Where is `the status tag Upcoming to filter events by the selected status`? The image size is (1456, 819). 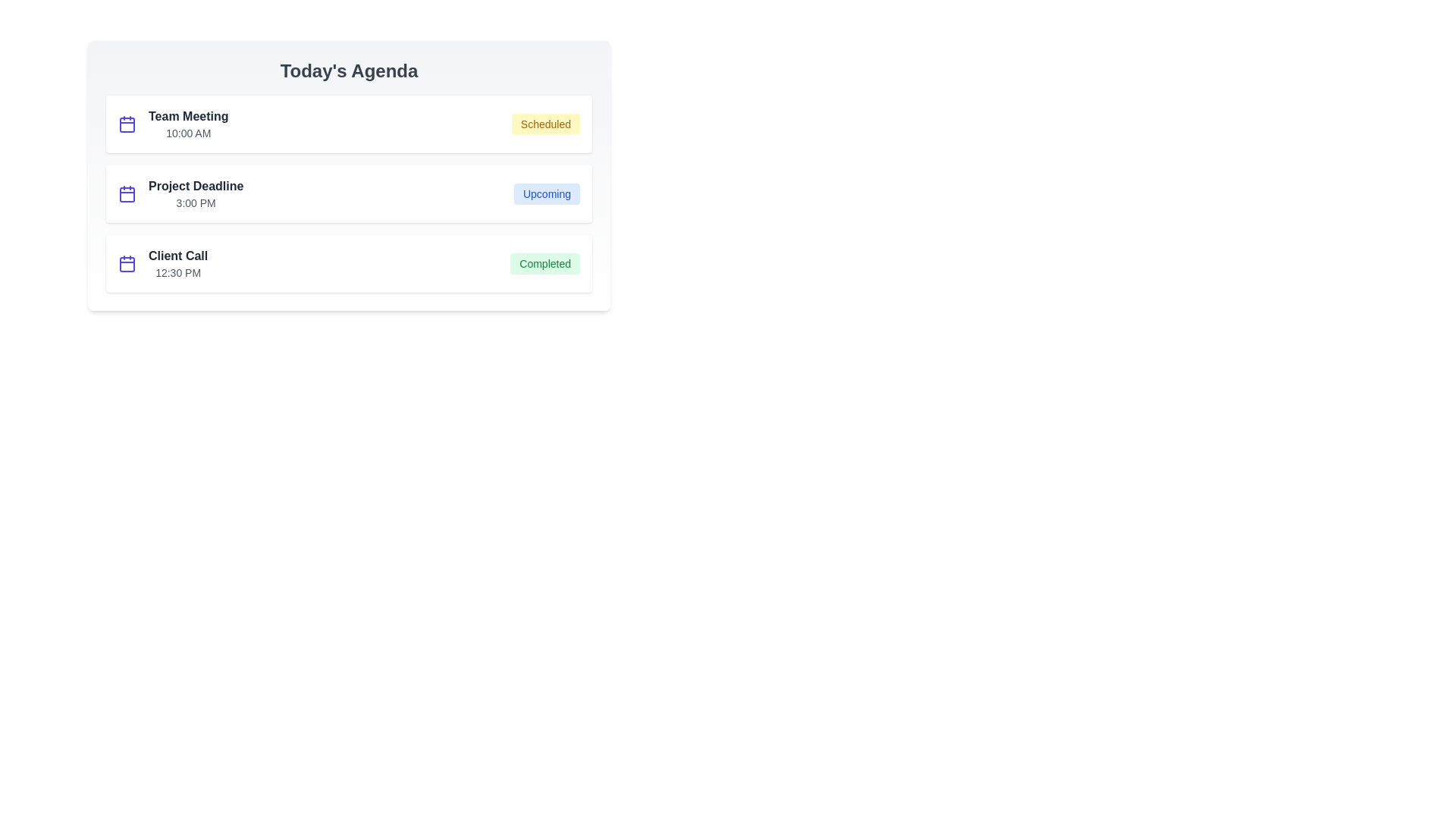
the status tag Upcoming to filter events by the selected status is located at coordinates (546, 193).